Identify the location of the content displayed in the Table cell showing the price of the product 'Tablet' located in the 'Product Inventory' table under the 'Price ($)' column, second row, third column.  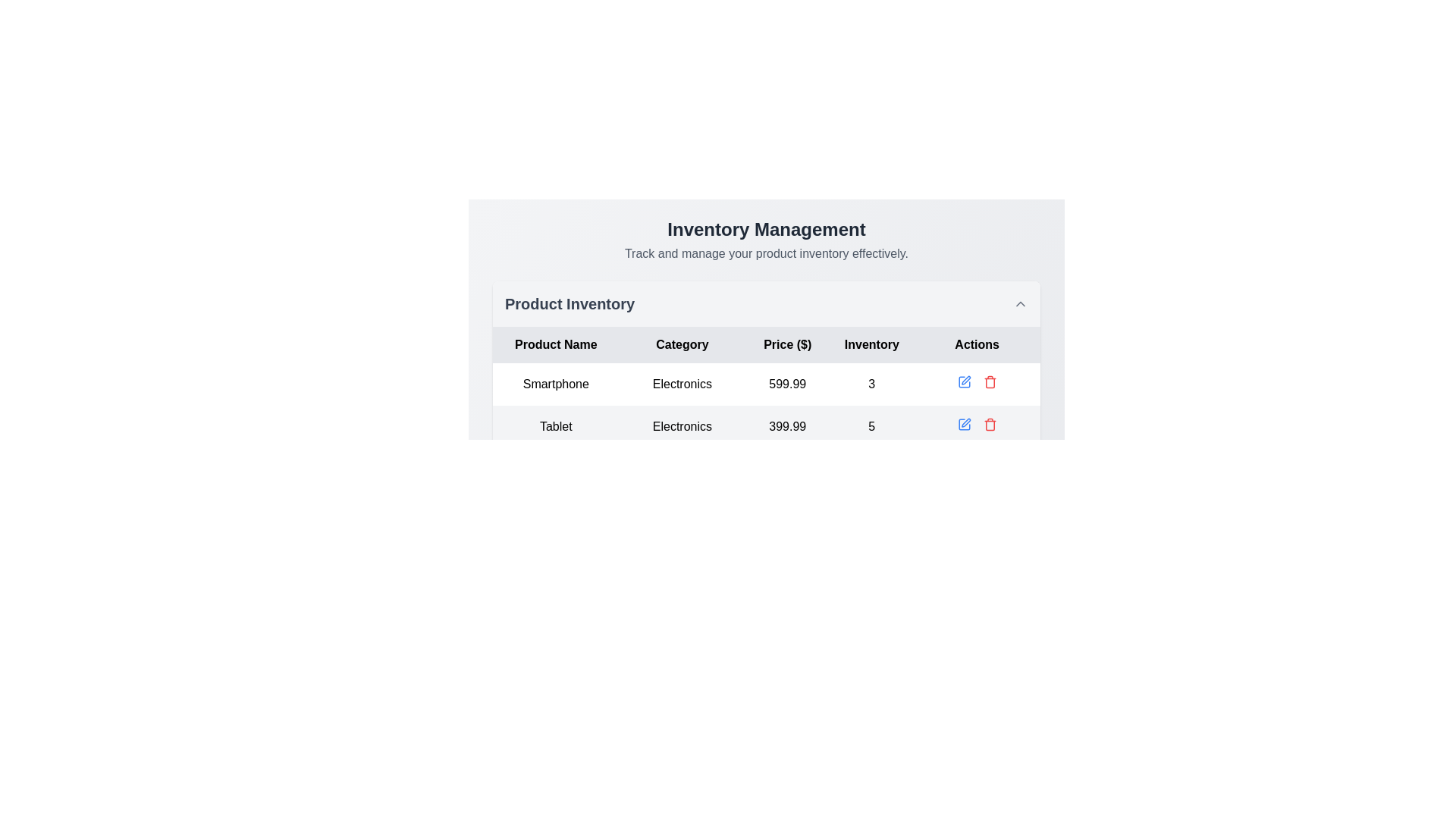
(767, 427).